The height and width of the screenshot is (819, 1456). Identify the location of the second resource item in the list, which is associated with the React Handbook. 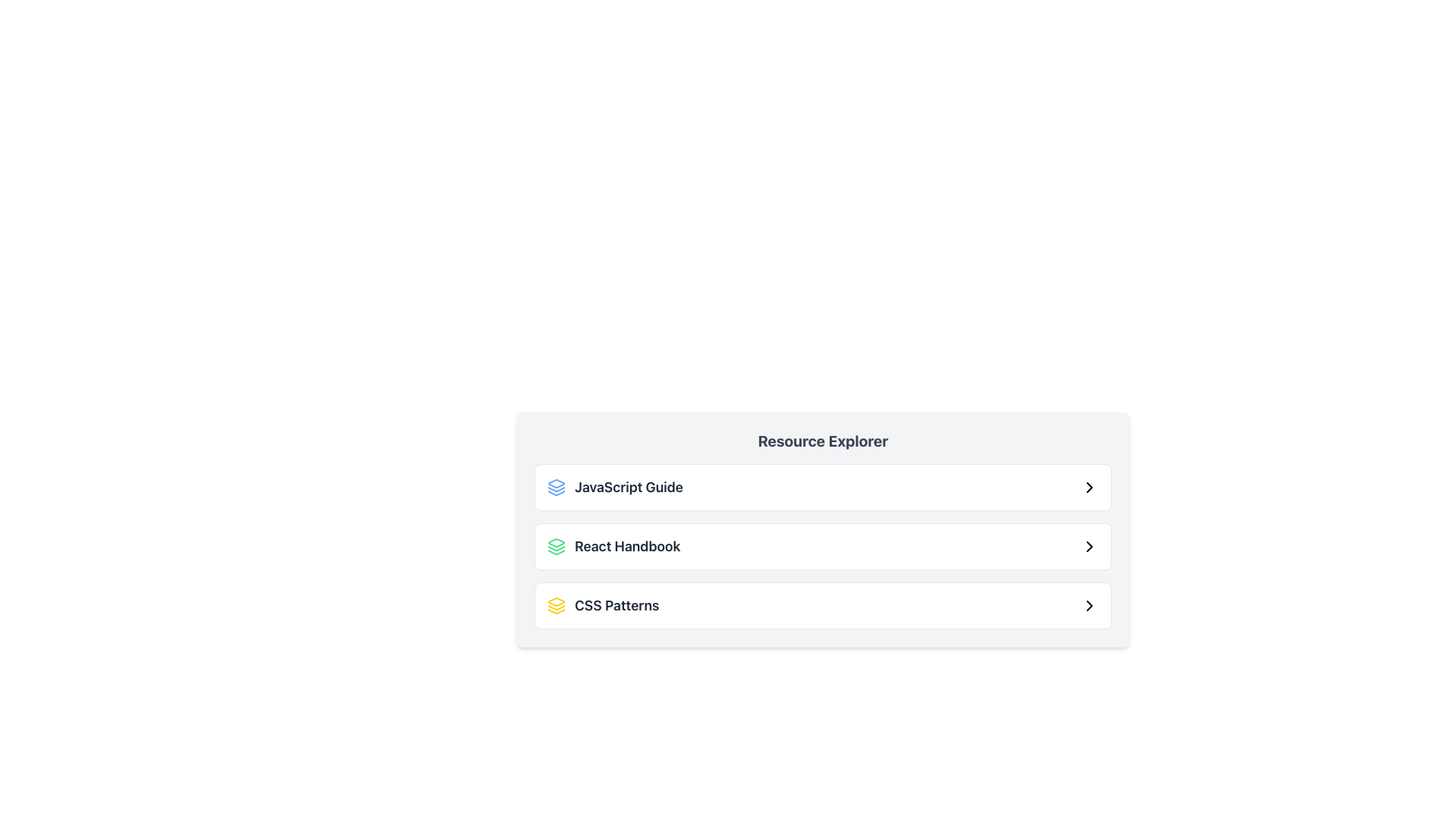
(613, 547).